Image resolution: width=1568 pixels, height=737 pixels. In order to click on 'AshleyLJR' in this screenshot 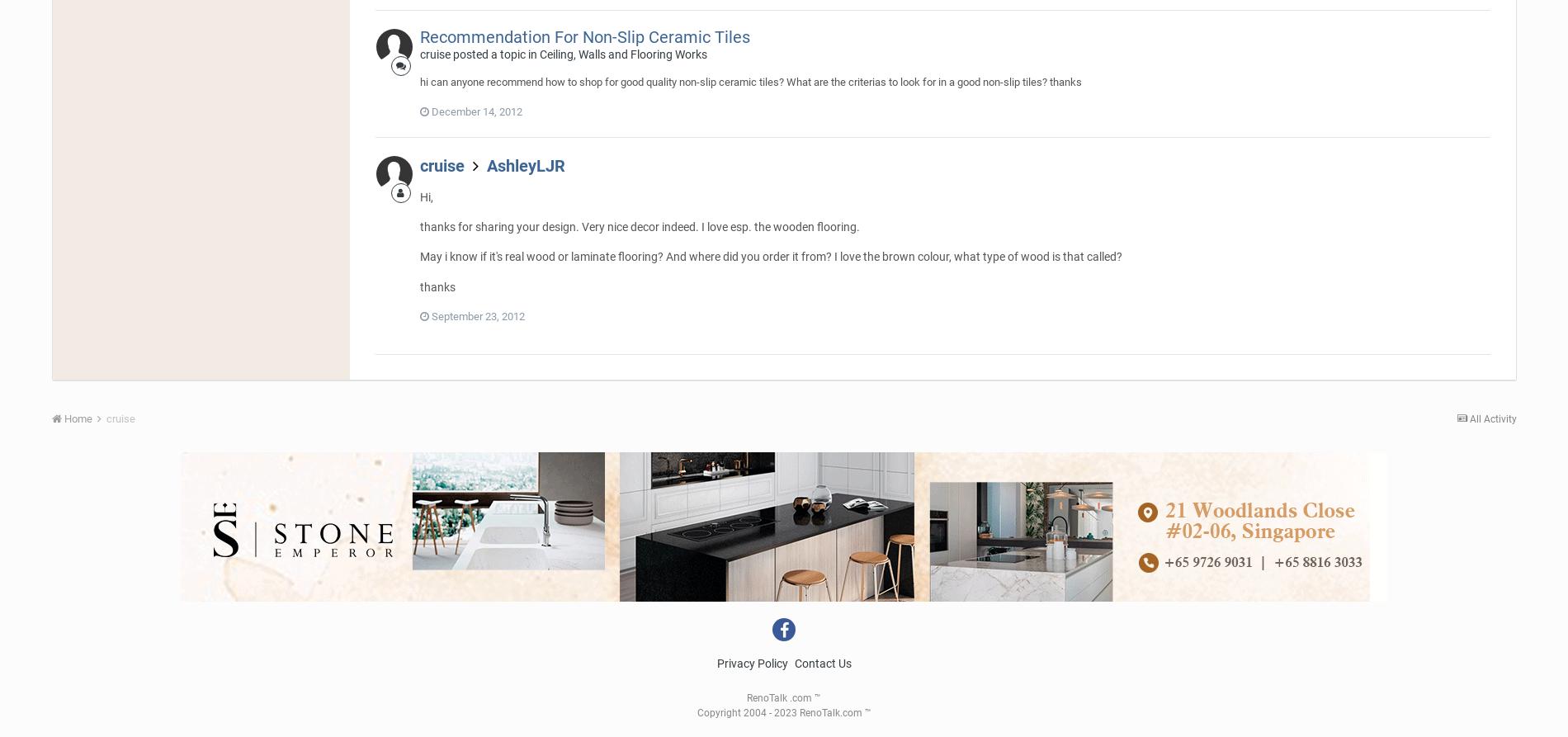, I will do `click(525, 164)`.